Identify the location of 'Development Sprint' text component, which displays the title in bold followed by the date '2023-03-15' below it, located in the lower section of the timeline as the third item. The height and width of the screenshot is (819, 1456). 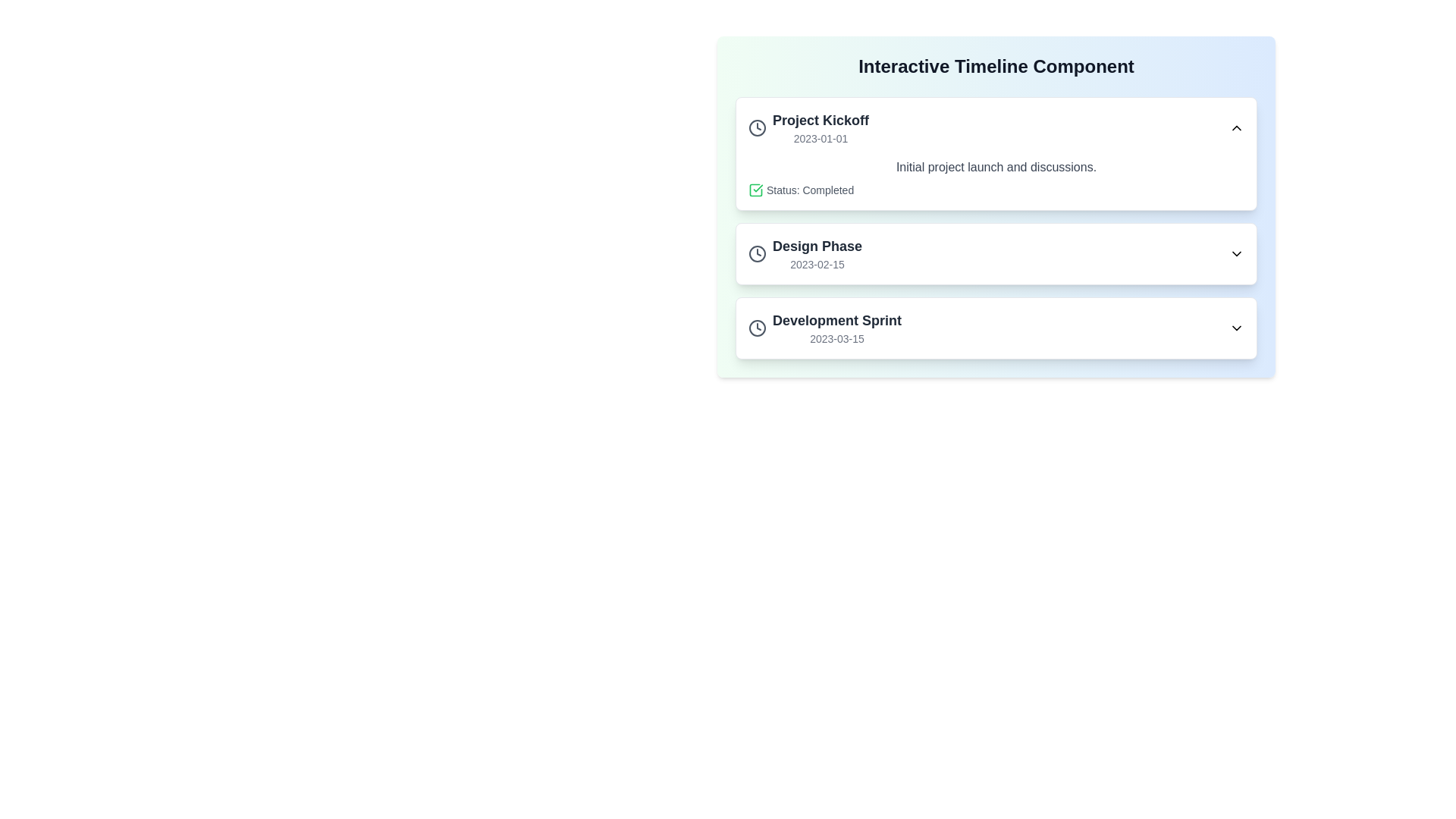
(836, 327).